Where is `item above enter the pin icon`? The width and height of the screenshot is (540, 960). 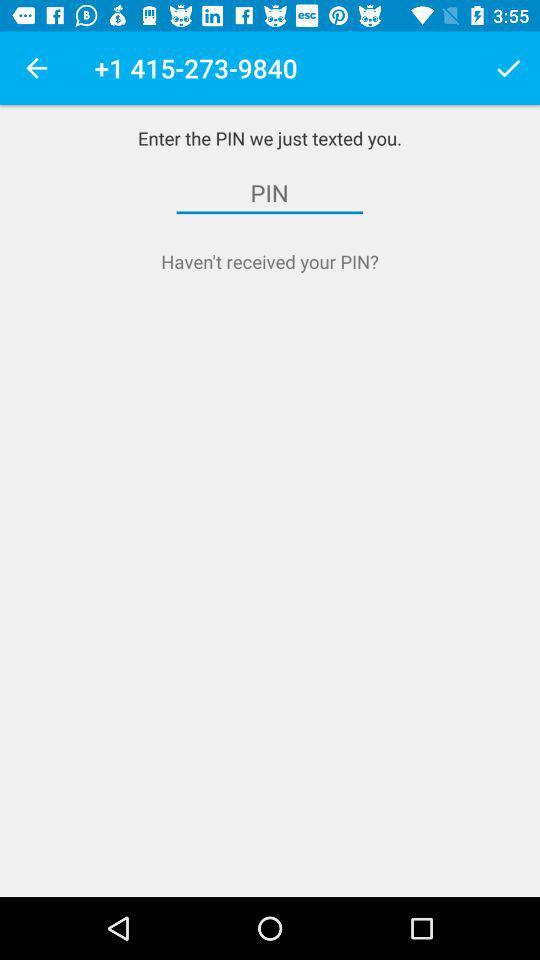 item above enter the pin icon is located at coordinates (36, 68).